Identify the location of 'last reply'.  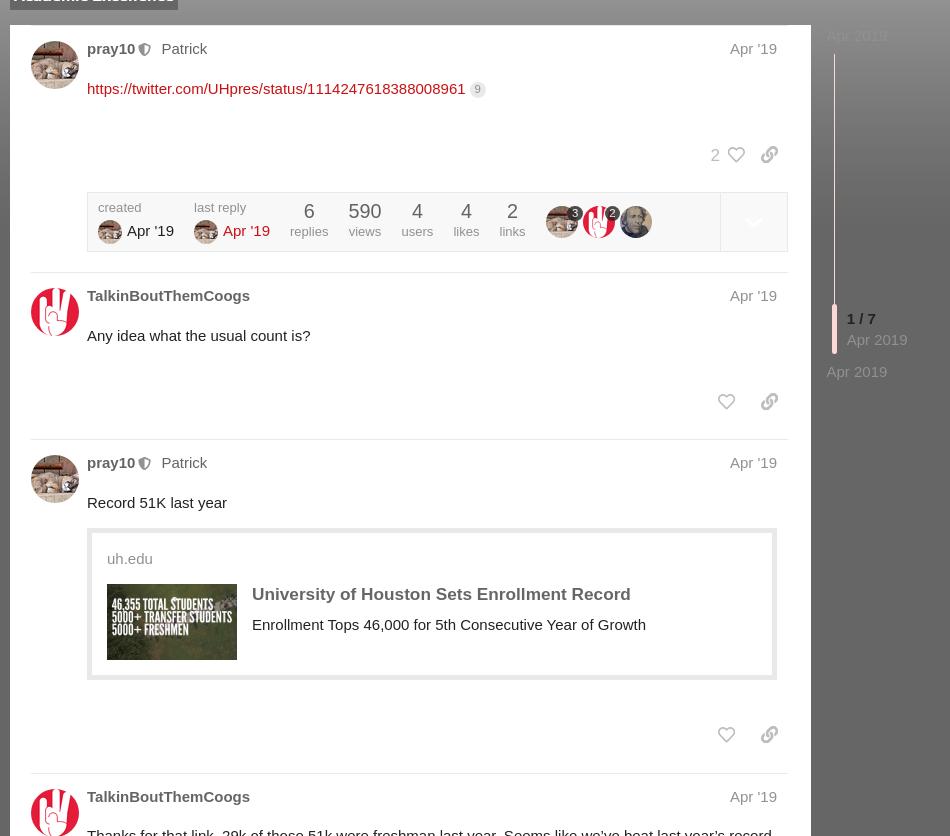
(220, 206).